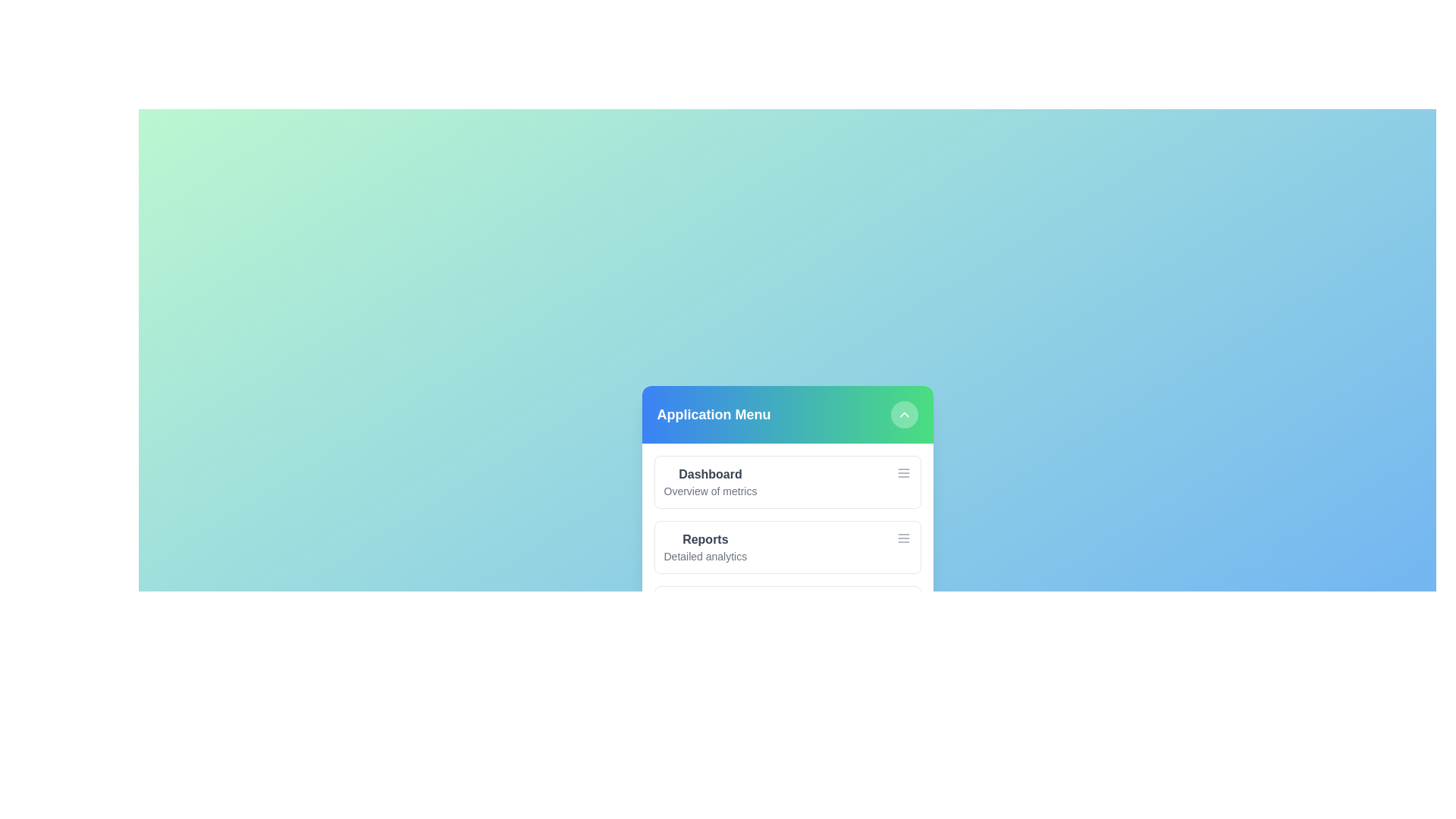 The height and width of the screenshot is (819, 1456). What do you see at coordinates (709, 473) in the screenshot?
I see `the menu item labeled 'Dashboard'` at bounding box center [709, 473].